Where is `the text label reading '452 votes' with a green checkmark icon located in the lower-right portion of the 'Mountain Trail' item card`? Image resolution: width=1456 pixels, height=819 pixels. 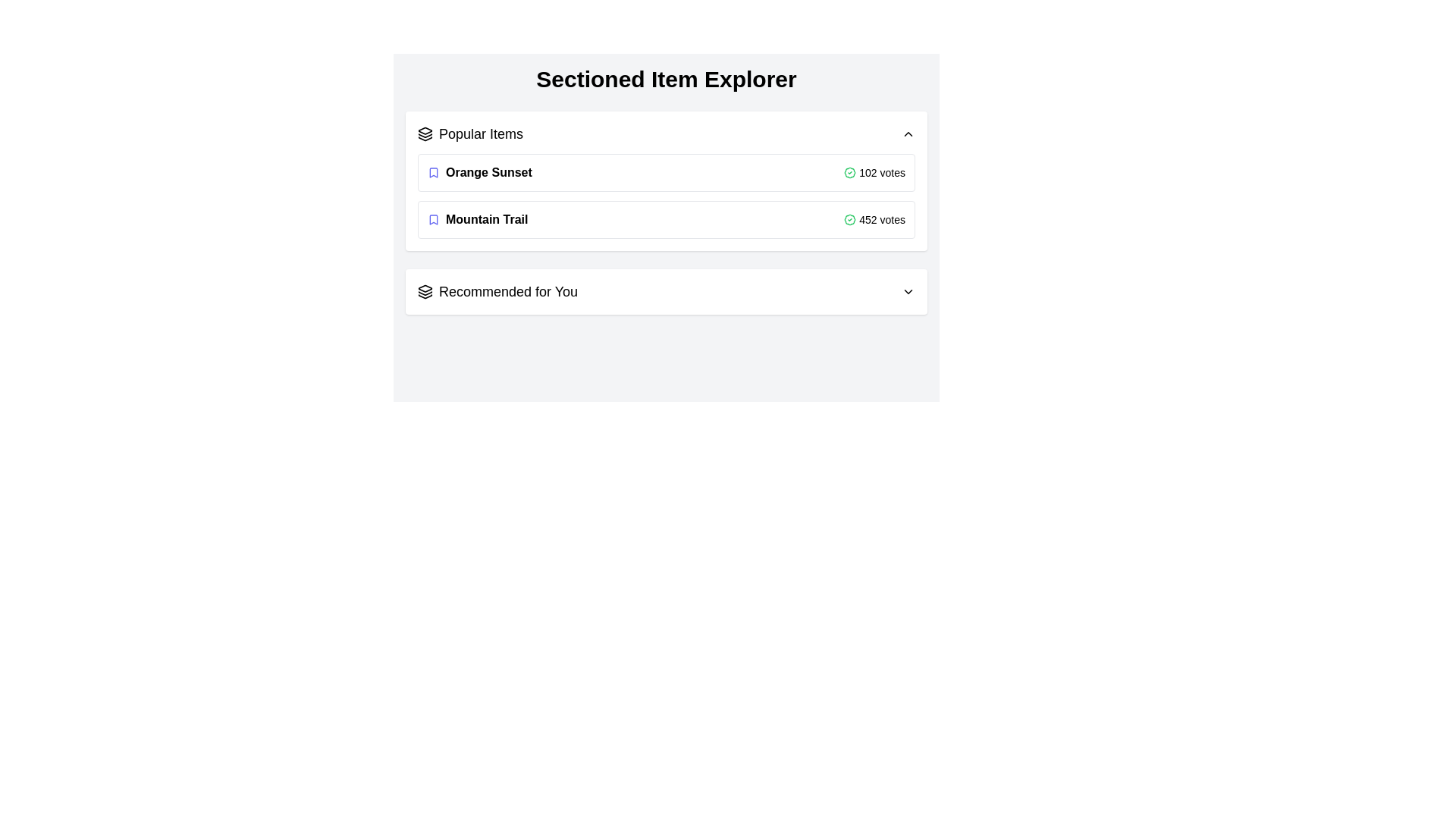 the text label reading '452 votes' with a green checkmark icon located in the lower-right portion of the 'Mountain Trail' item card is located at coordinates (874, 219).